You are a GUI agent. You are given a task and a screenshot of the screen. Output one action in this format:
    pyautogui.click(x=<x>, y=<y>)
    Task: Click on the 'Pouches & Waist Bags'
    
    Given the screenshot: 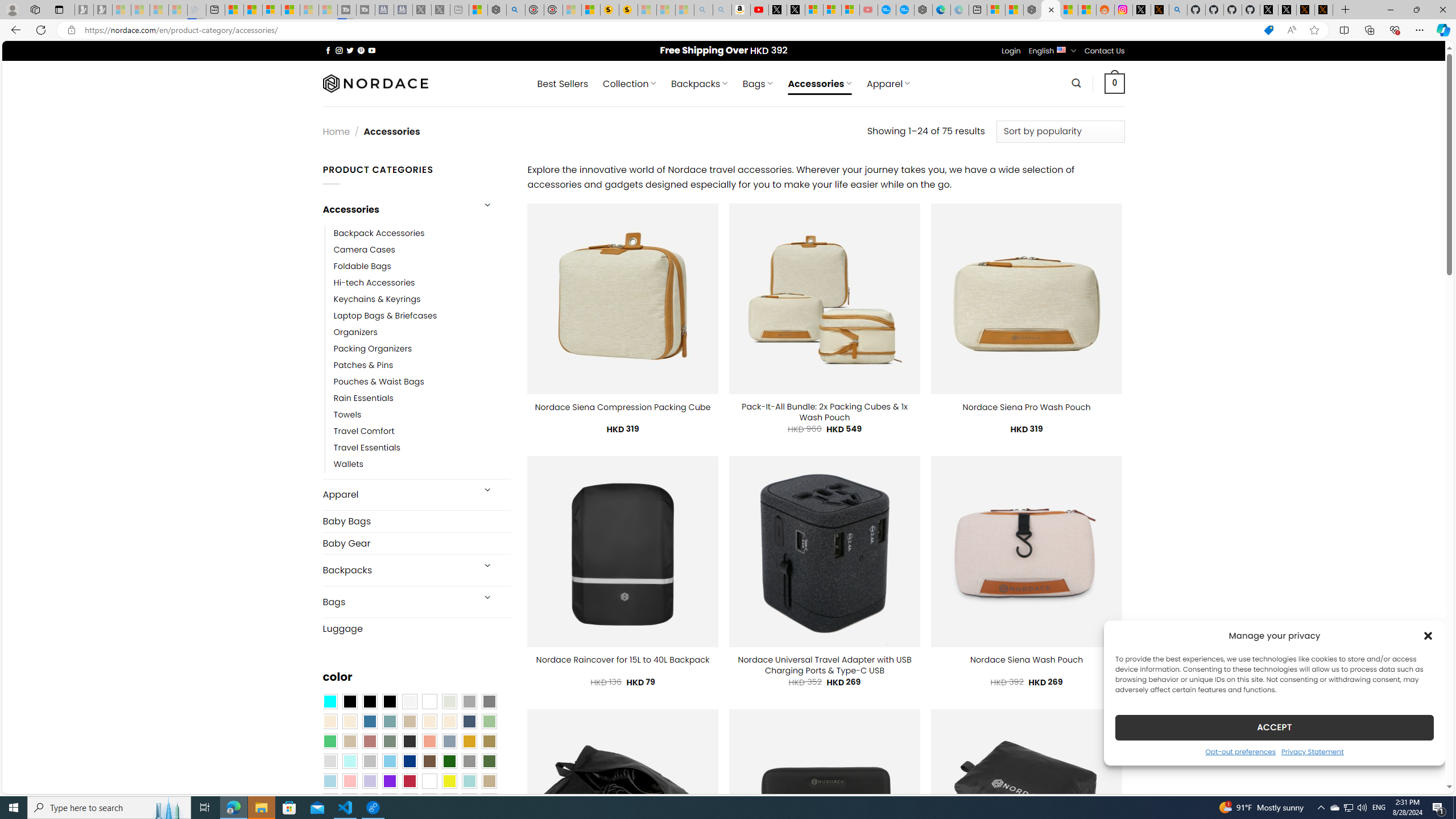 What is the action you would take?
    pyautogui.click(x=378, y=381)
    